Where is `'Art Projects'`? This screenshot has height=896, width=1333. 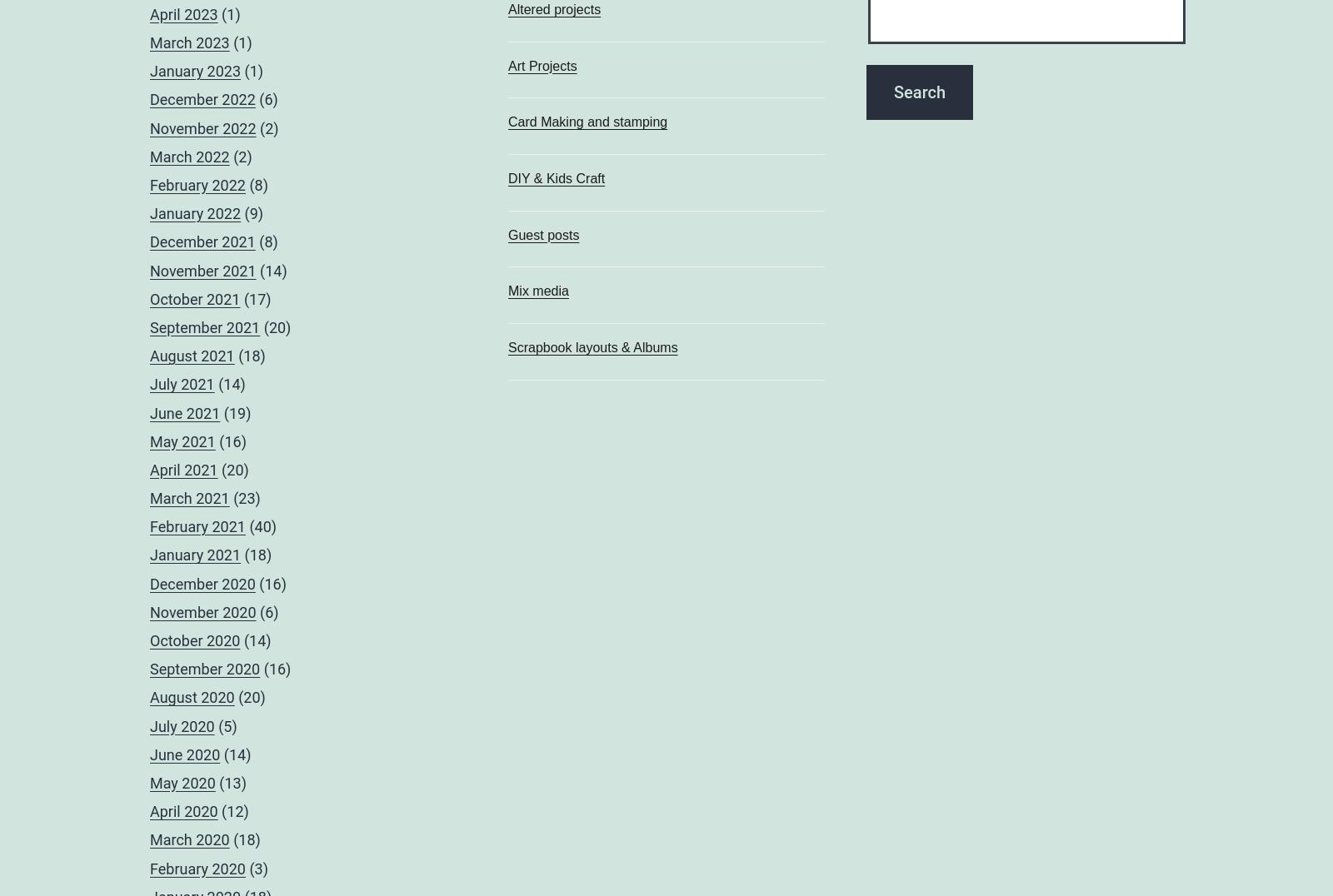
'Art Projects' is located at coordinates (542, 65).